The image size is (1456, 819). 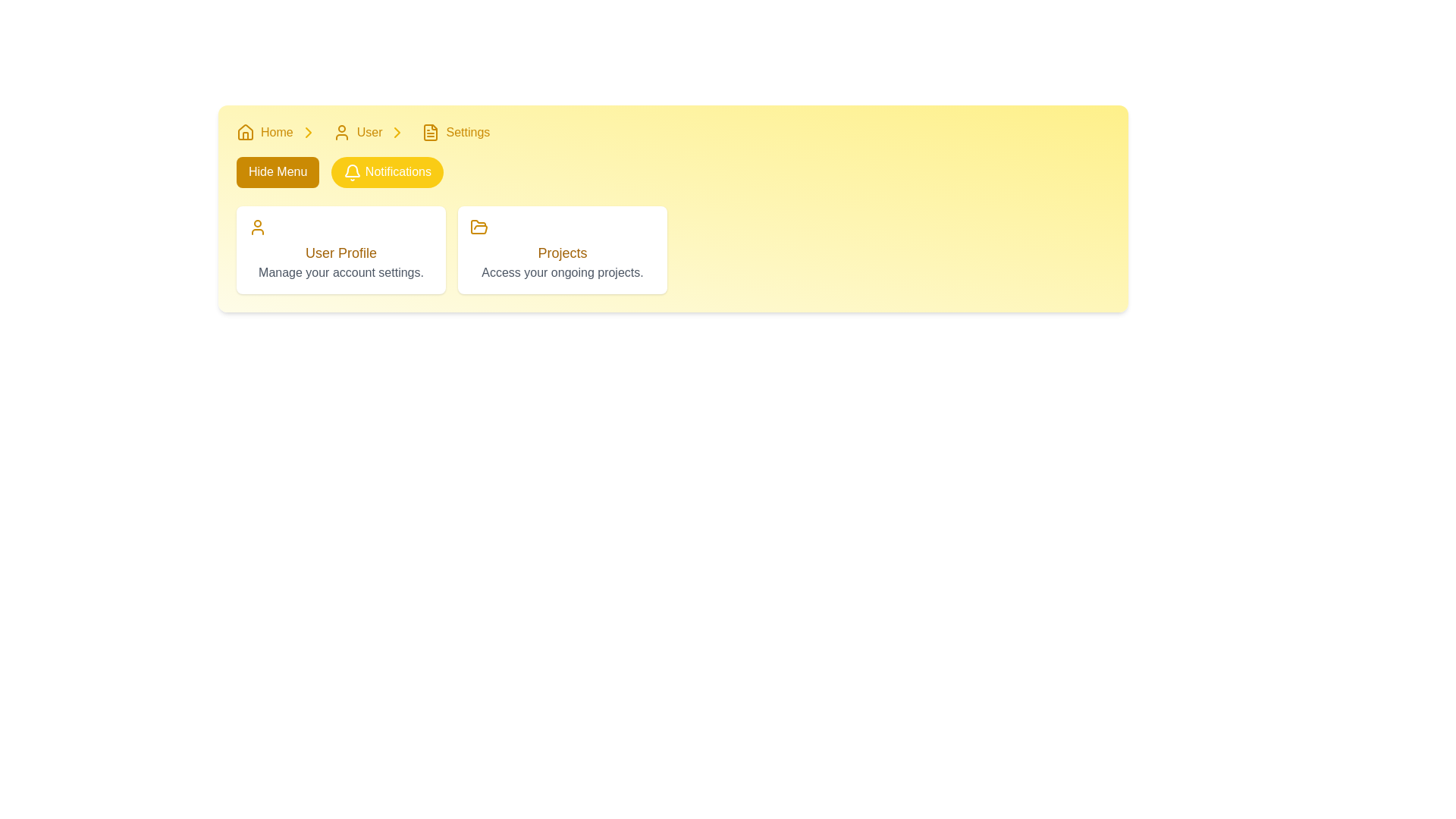 What do you see at coordinates (479, 227) in the screenshot?
I see `the yellow folder icon in the navigation UI` at bounding box center [479, 227].